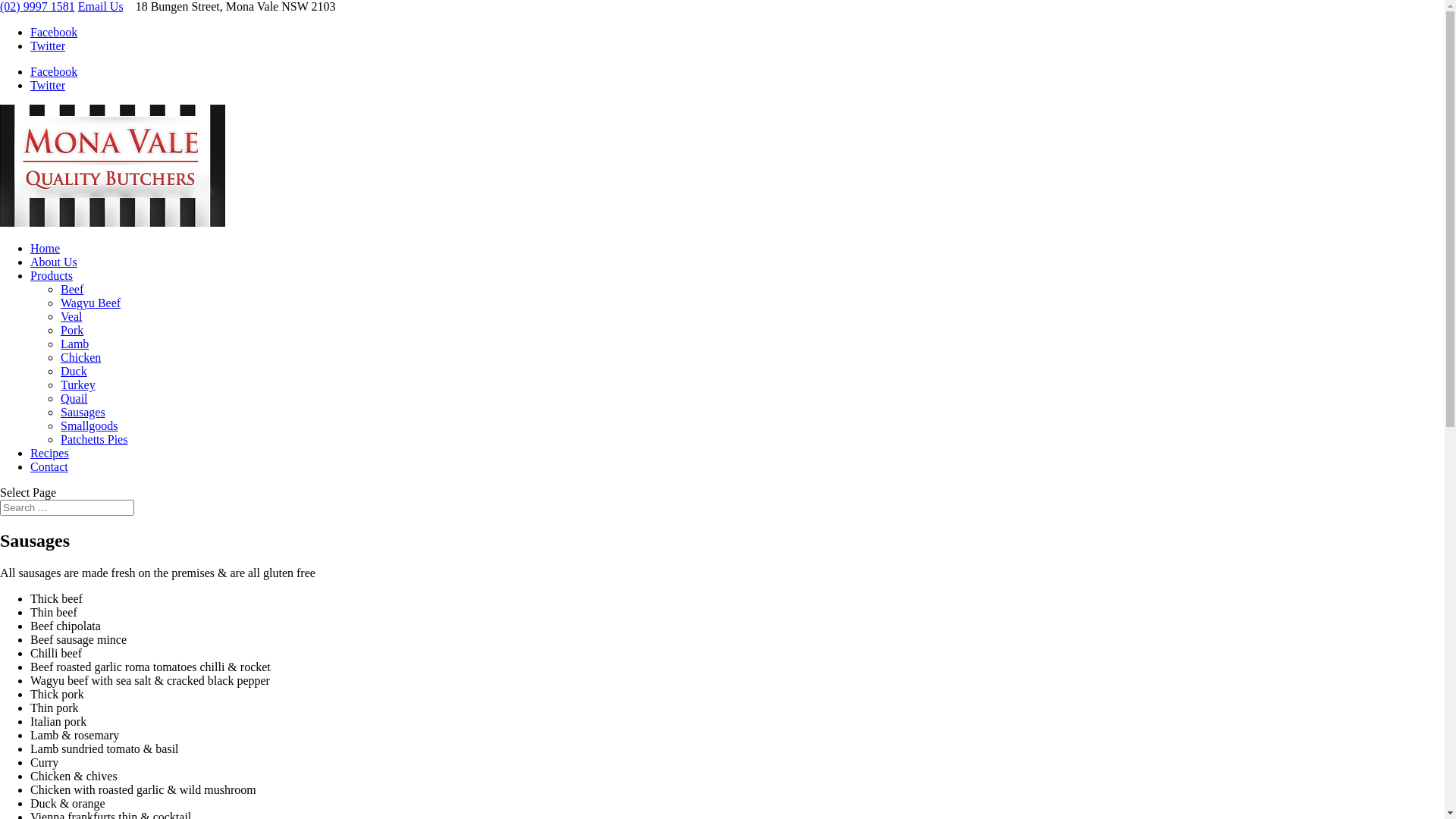 The height and width of the screenshot is (819, 1456). Describe the element at coordinates (54, 261) in the screenshot. I see `'About Us'` at that location.